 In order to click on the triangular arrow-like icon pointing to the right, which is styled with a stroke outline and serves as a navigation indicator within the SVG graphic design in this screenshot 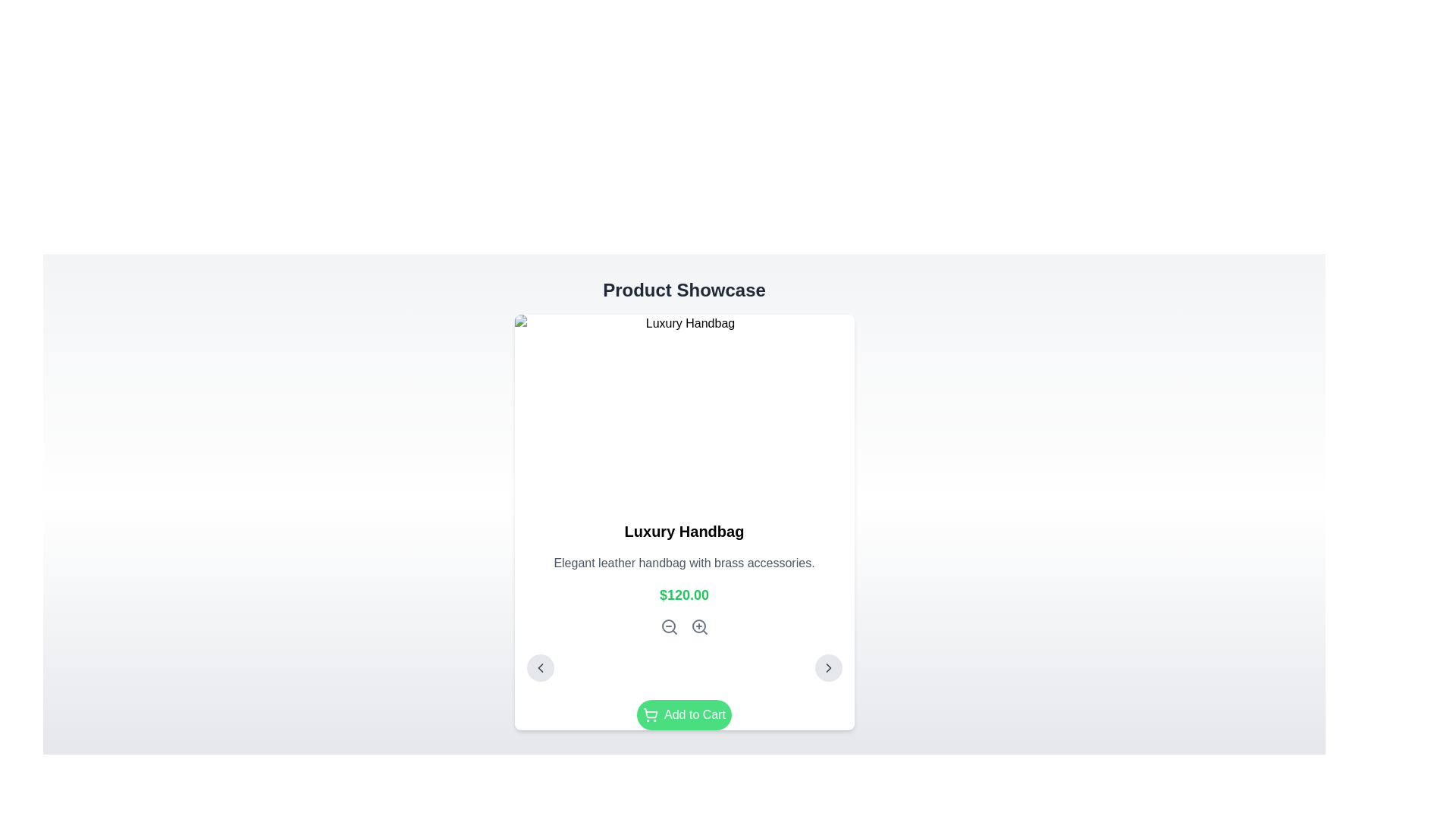, I will do `click(827, 667)`.